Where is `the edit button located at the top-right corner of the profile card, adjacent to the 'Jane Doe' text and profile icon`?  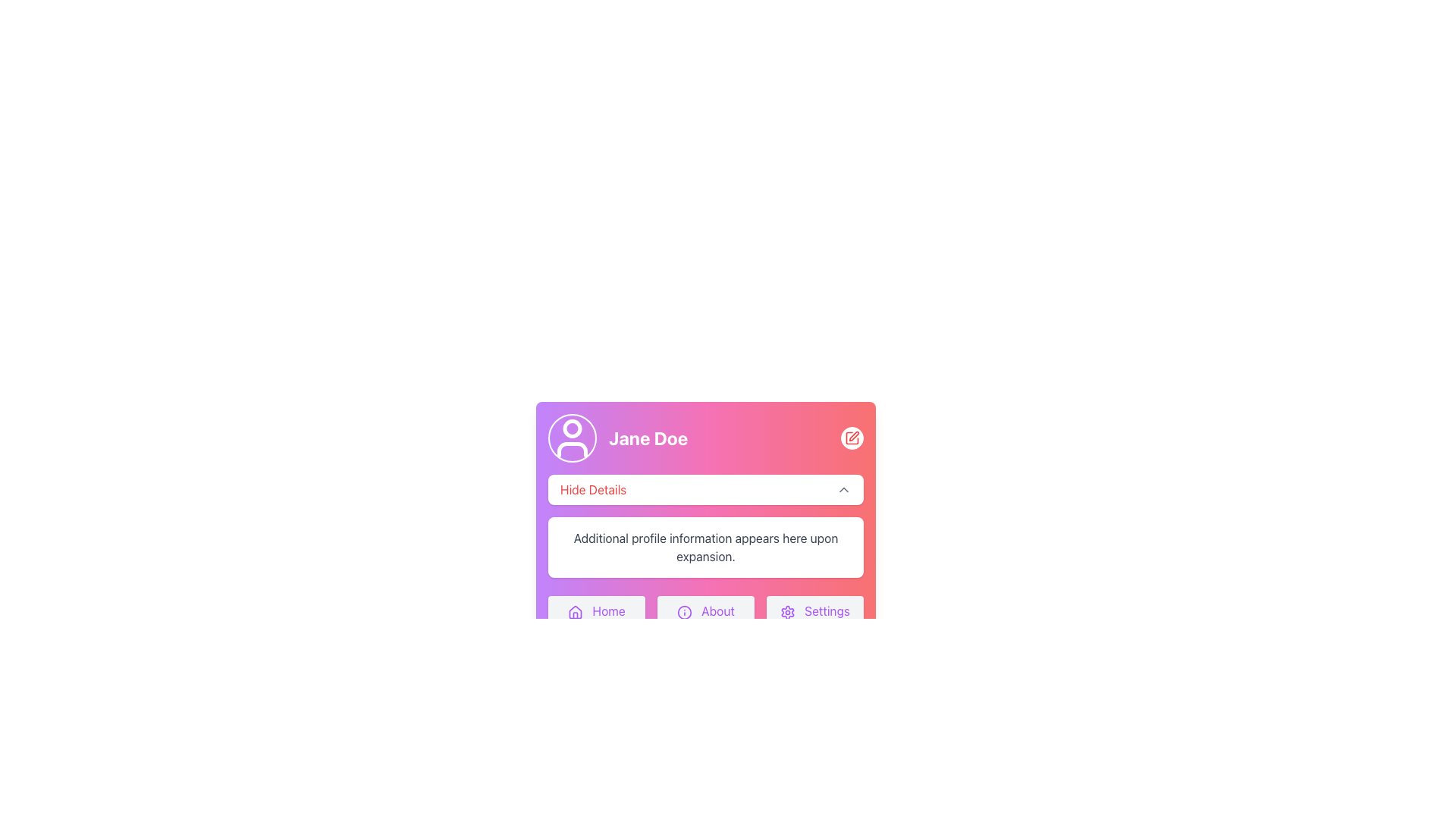 the edit button located at the top-right corner of the profile card, adjacent to the 'Jane Doe' text and profile icon is located at coordinates (852, 438).